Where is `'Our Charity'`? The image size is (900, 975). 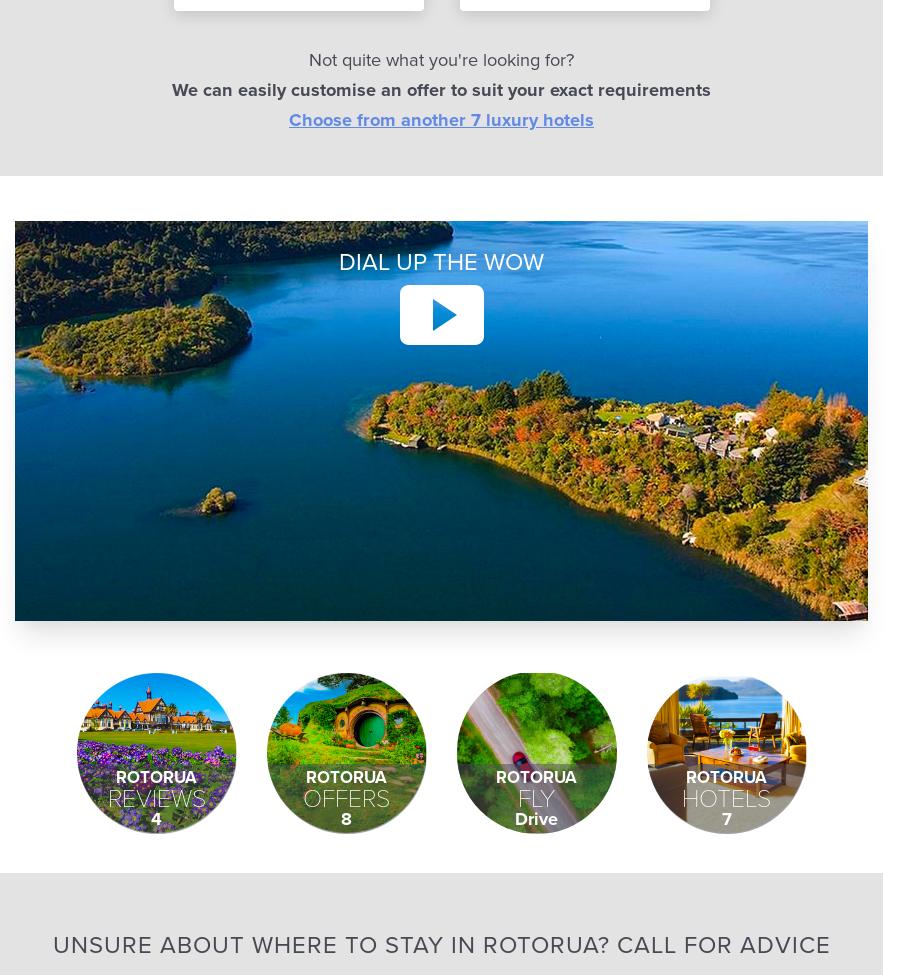 'Our Charity' is located at coordinates (570, 90).